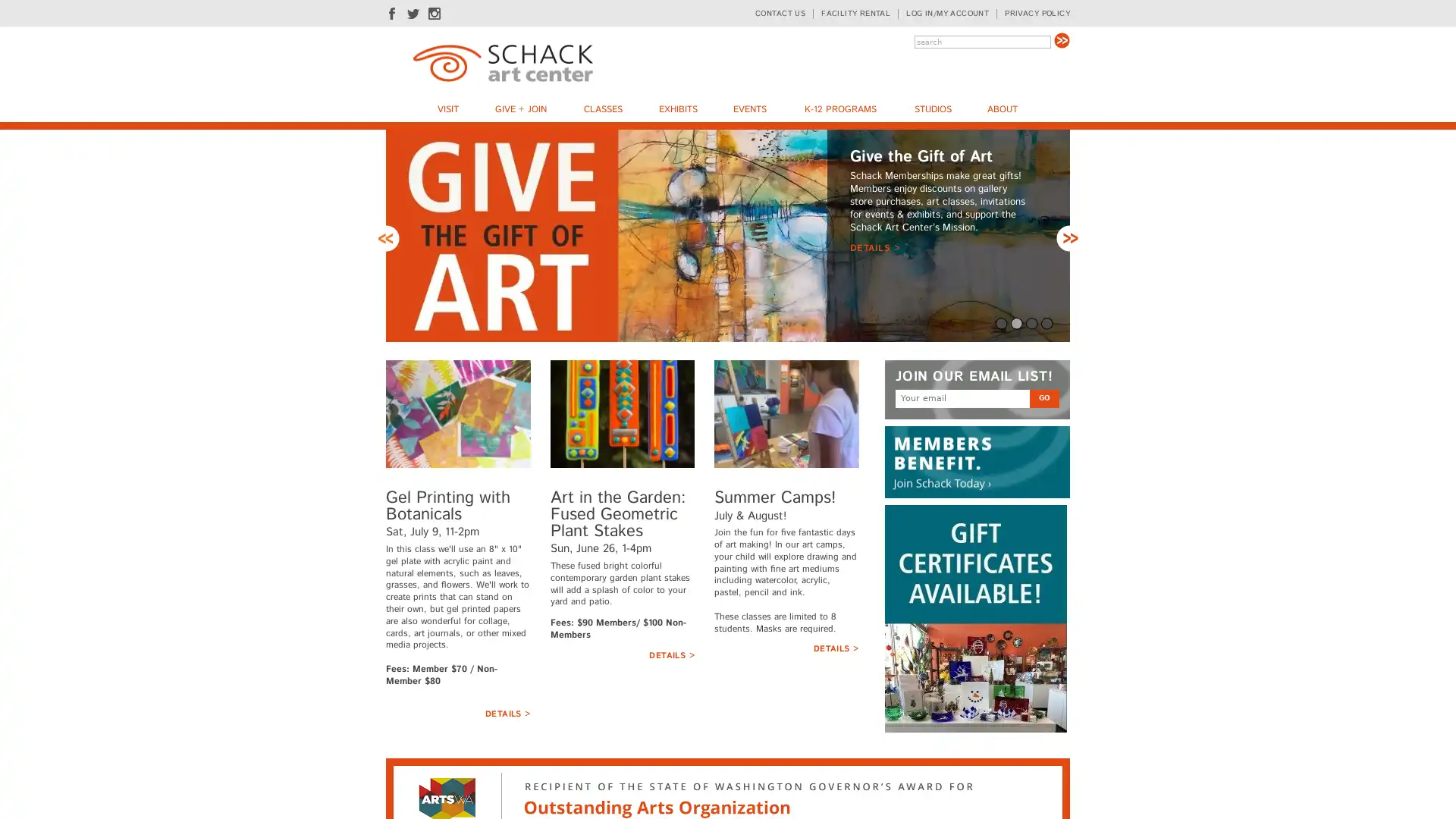  What do you see at coordinates (1043, 397) in the screenshot?
I see `Go` at bounding box center [1043, 397].